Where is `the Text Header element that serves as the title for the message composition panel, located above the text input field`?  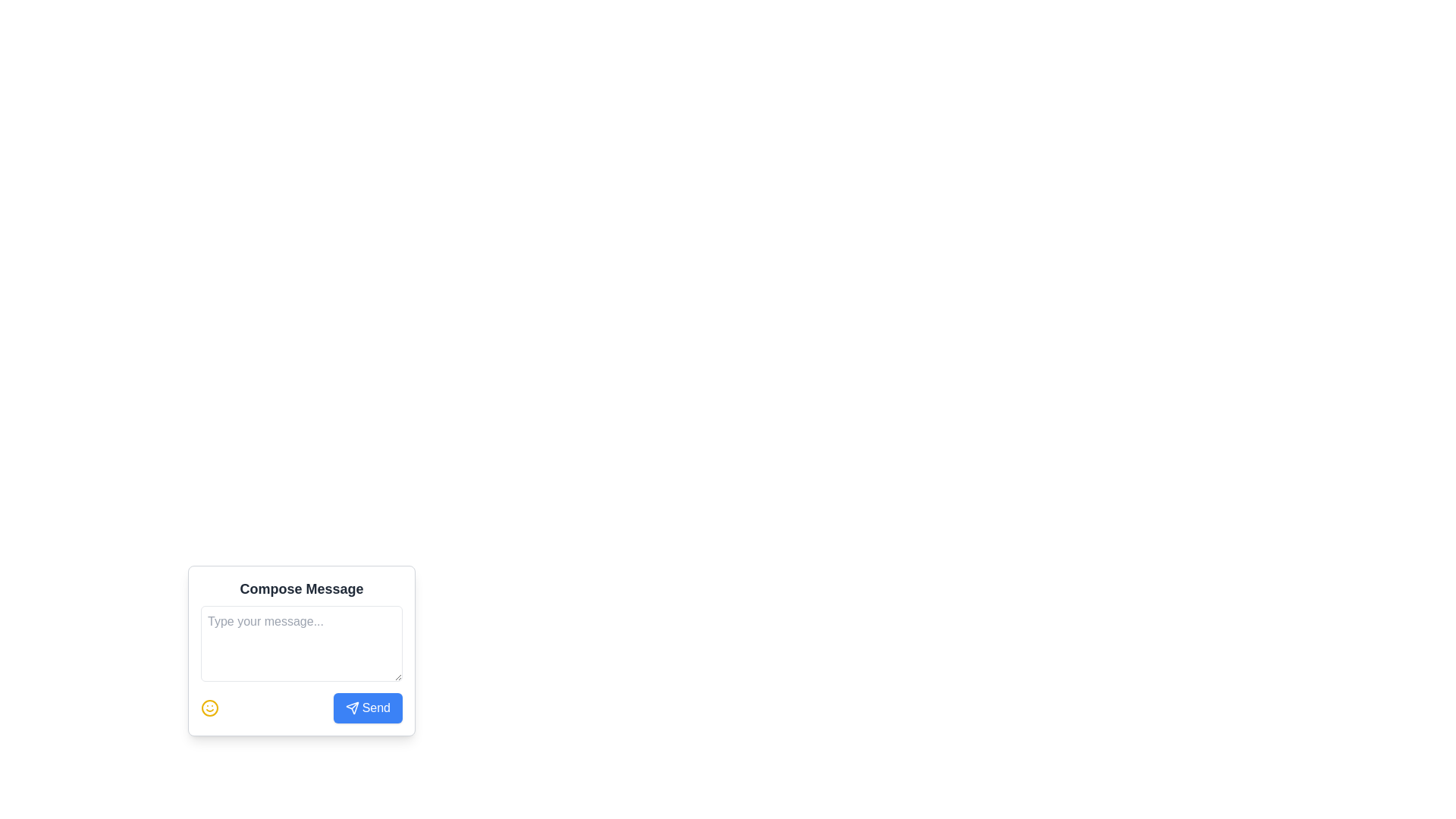 the Text Header element that serves as the title for the message composition panel, located above the text input field is located at coordinates (302, 588).